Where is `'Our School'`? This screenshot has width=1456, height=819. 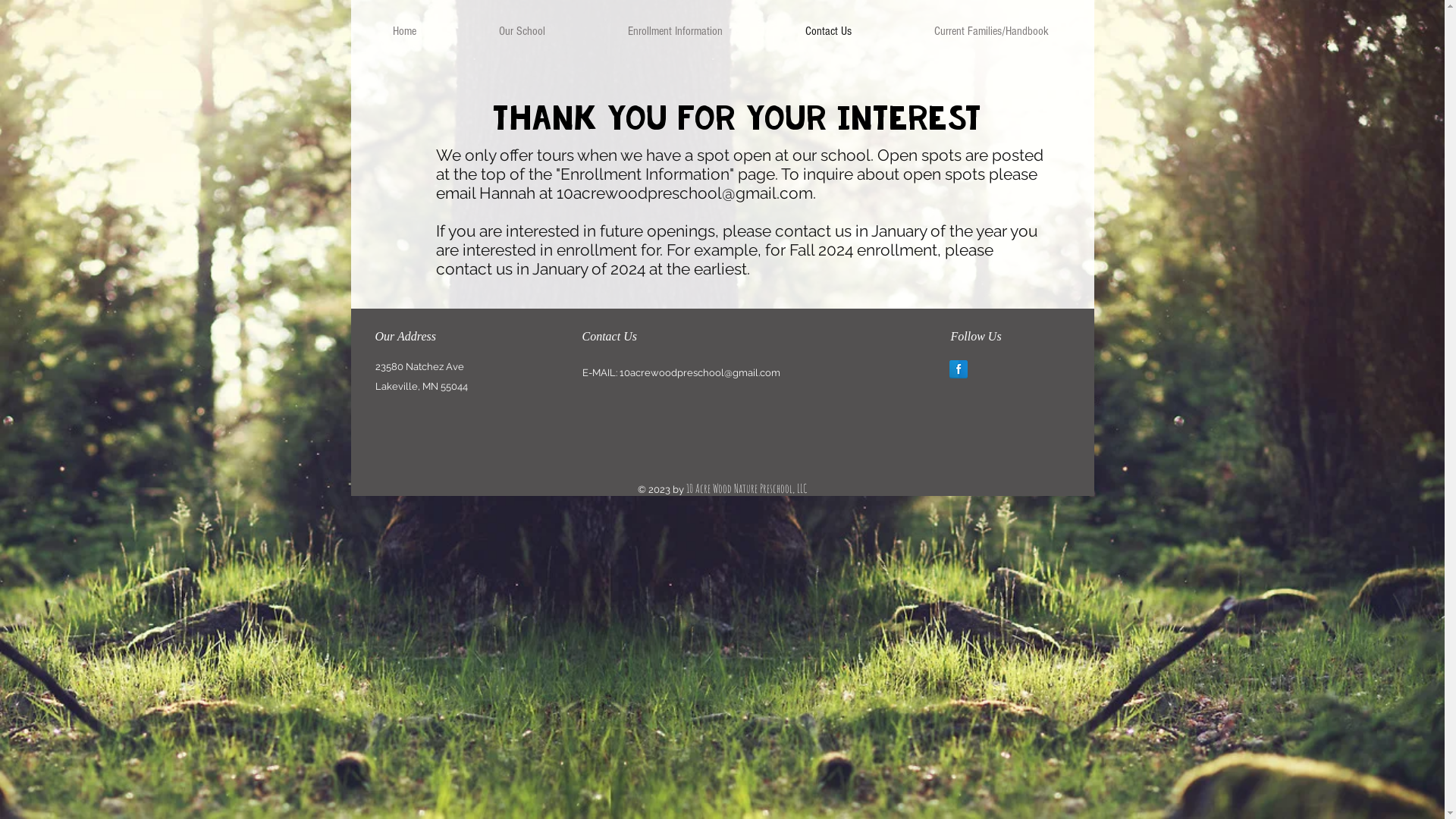
'Our School' is located at coordinates (520, 31).